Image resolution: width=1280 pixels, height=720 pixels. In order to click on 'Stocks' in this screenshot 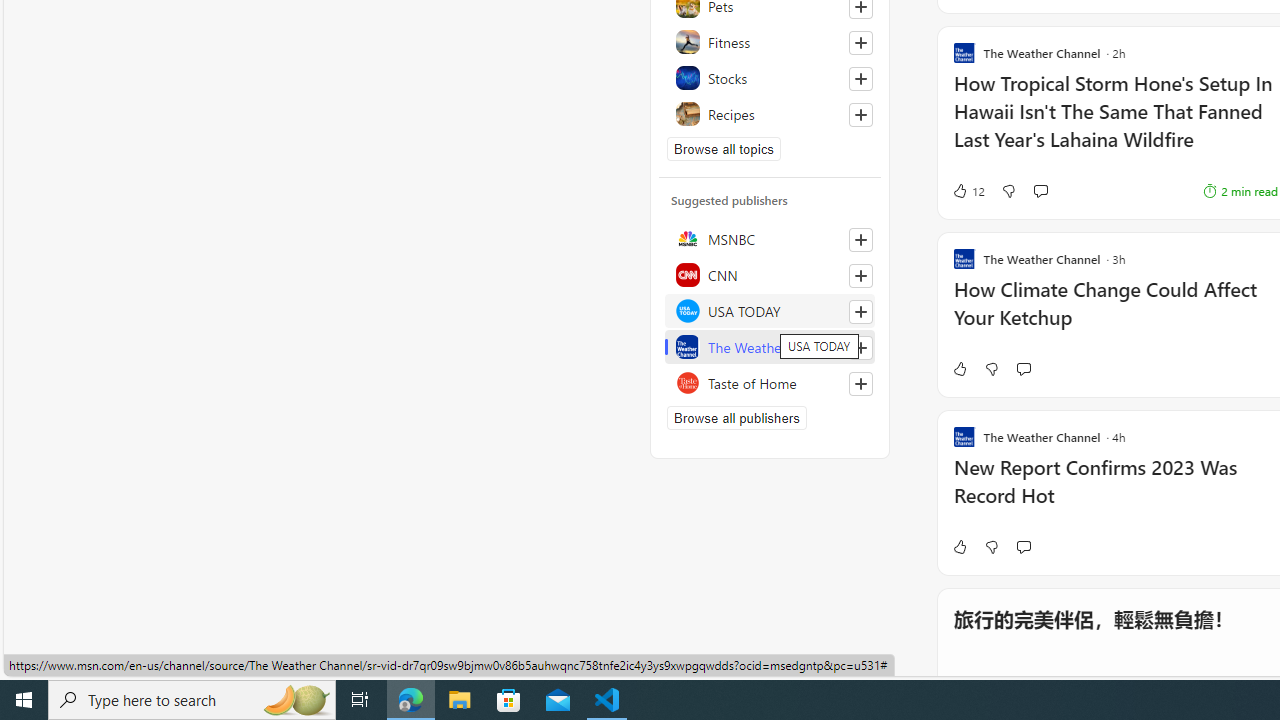, I will do `click(769, 77)`.